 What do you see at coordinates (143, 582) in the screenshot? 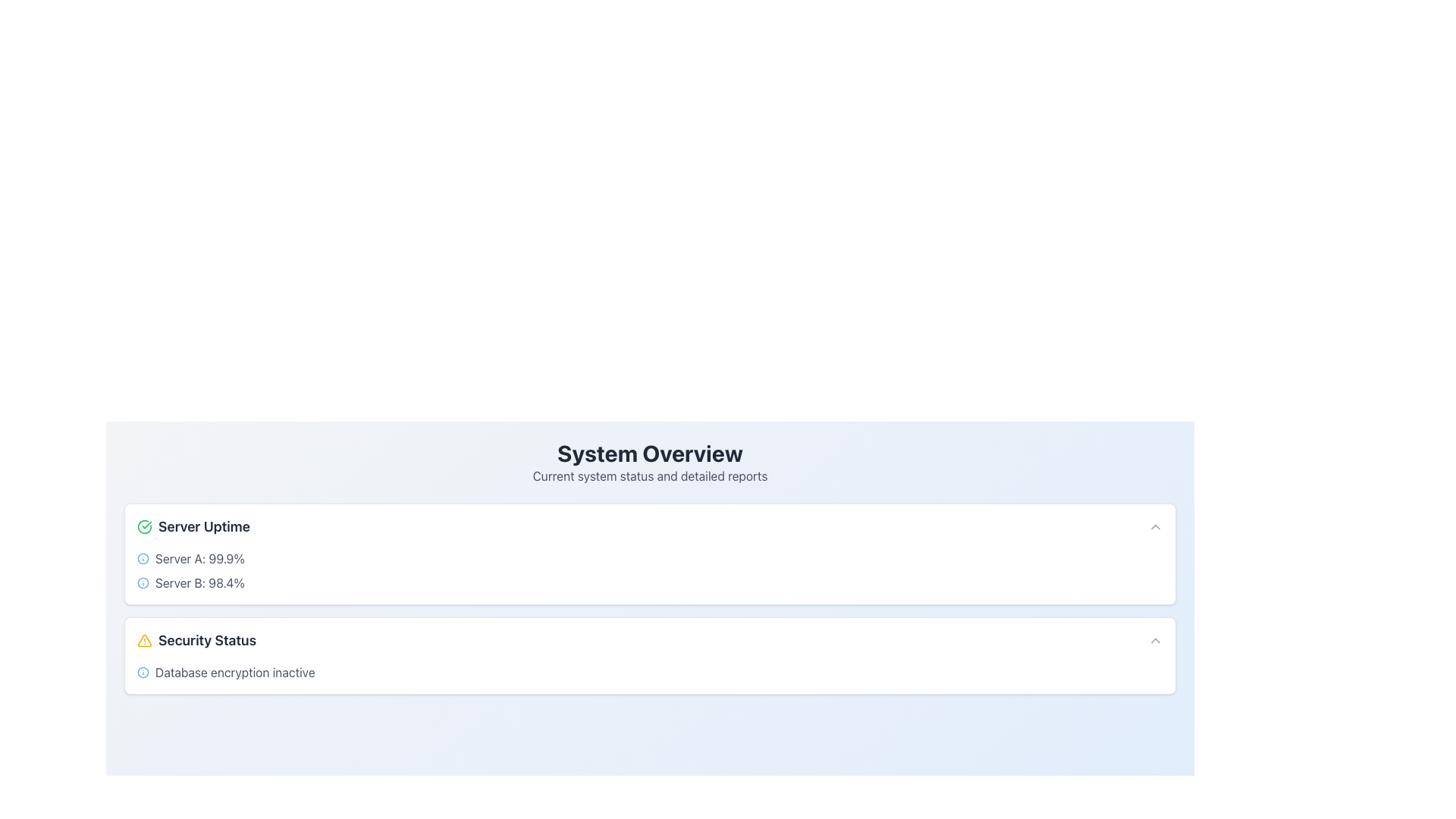
I see `the informational icon located to the immediate left of the 'Server B: 98.4%' text entry within the Server Uptime section` at bounding box center [143, 582].